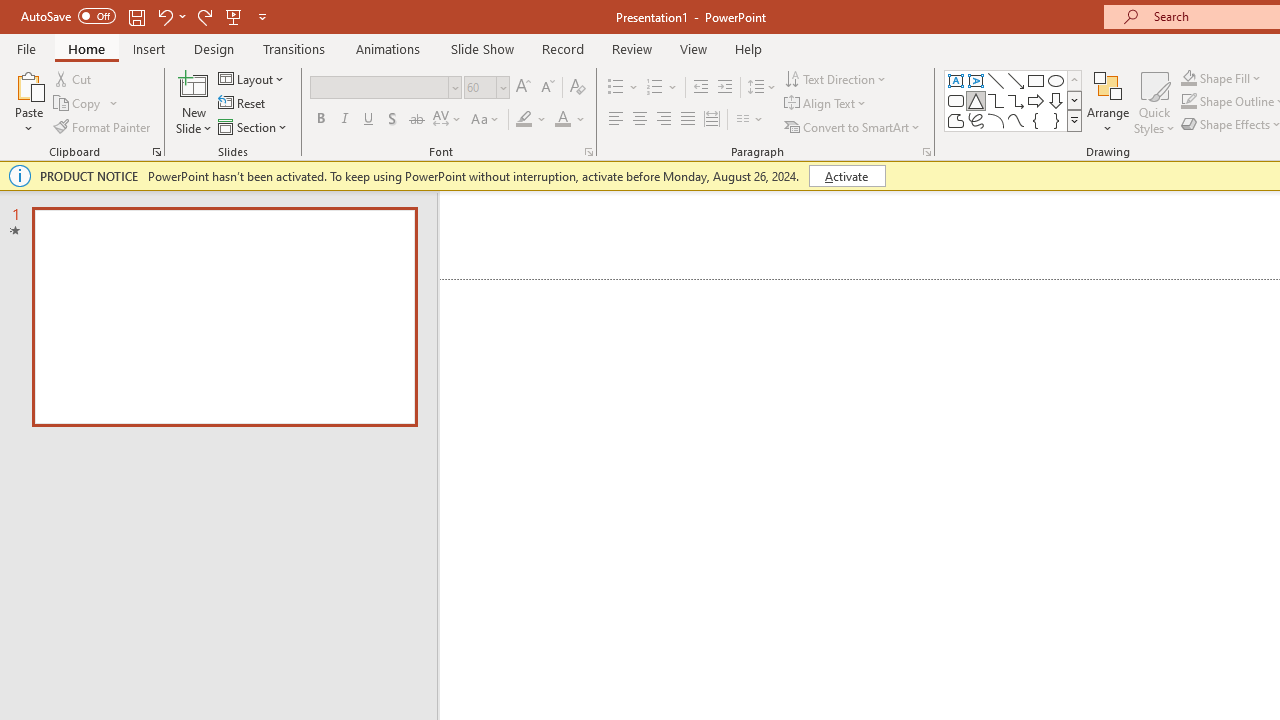 The height and width of the screenshot is (720, 1280). Describe the element at coordinates (486, 86) in the screenshot. I see `'Font Size'` at that location.